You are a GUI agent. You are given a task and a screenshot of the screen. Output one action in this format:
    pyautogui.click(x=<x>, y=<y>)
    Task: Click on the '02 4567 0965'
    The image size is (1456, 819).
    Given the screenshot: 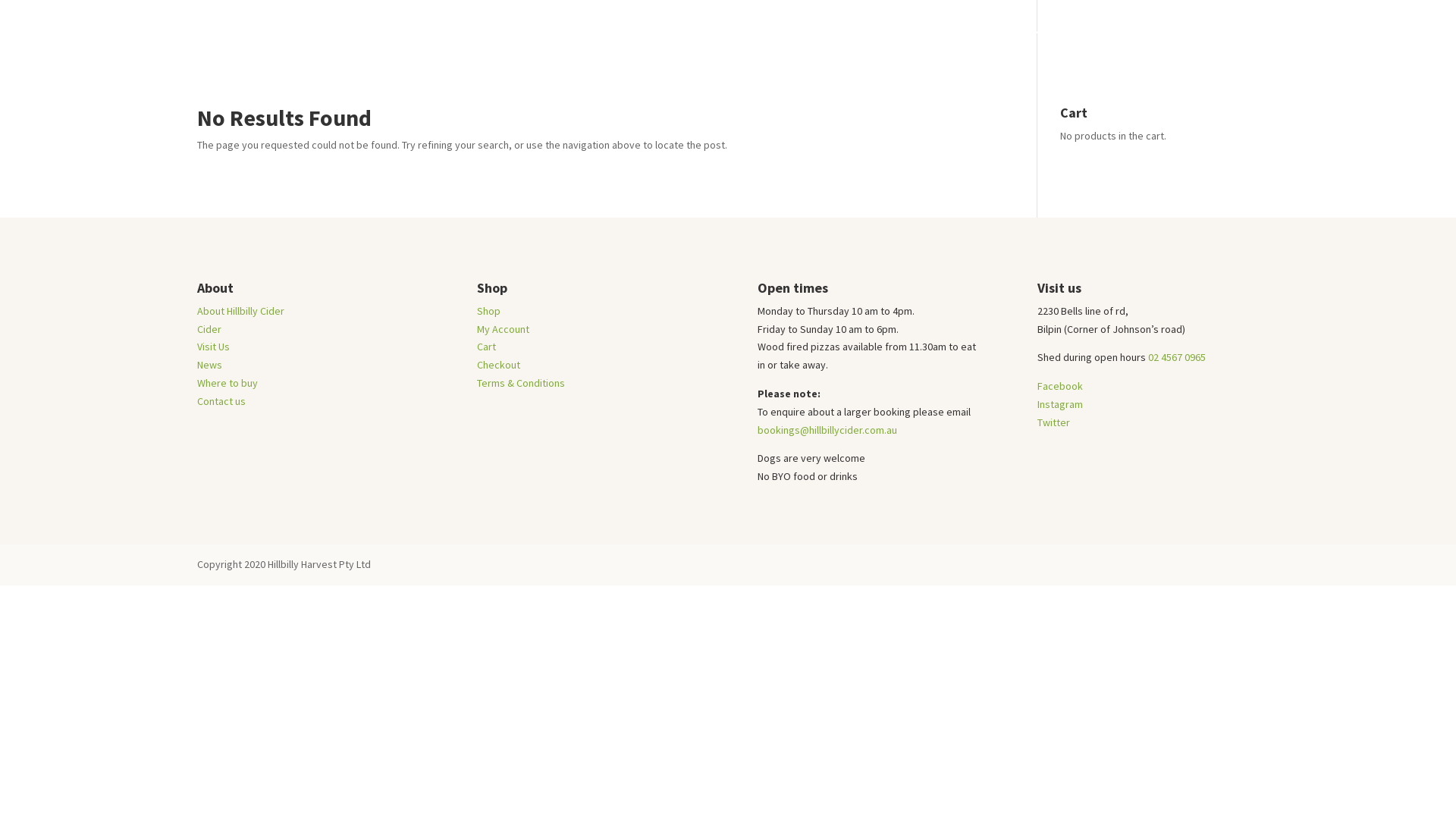 What is the action you would take?
    pyautogui.click(x=1175, y=356)
    